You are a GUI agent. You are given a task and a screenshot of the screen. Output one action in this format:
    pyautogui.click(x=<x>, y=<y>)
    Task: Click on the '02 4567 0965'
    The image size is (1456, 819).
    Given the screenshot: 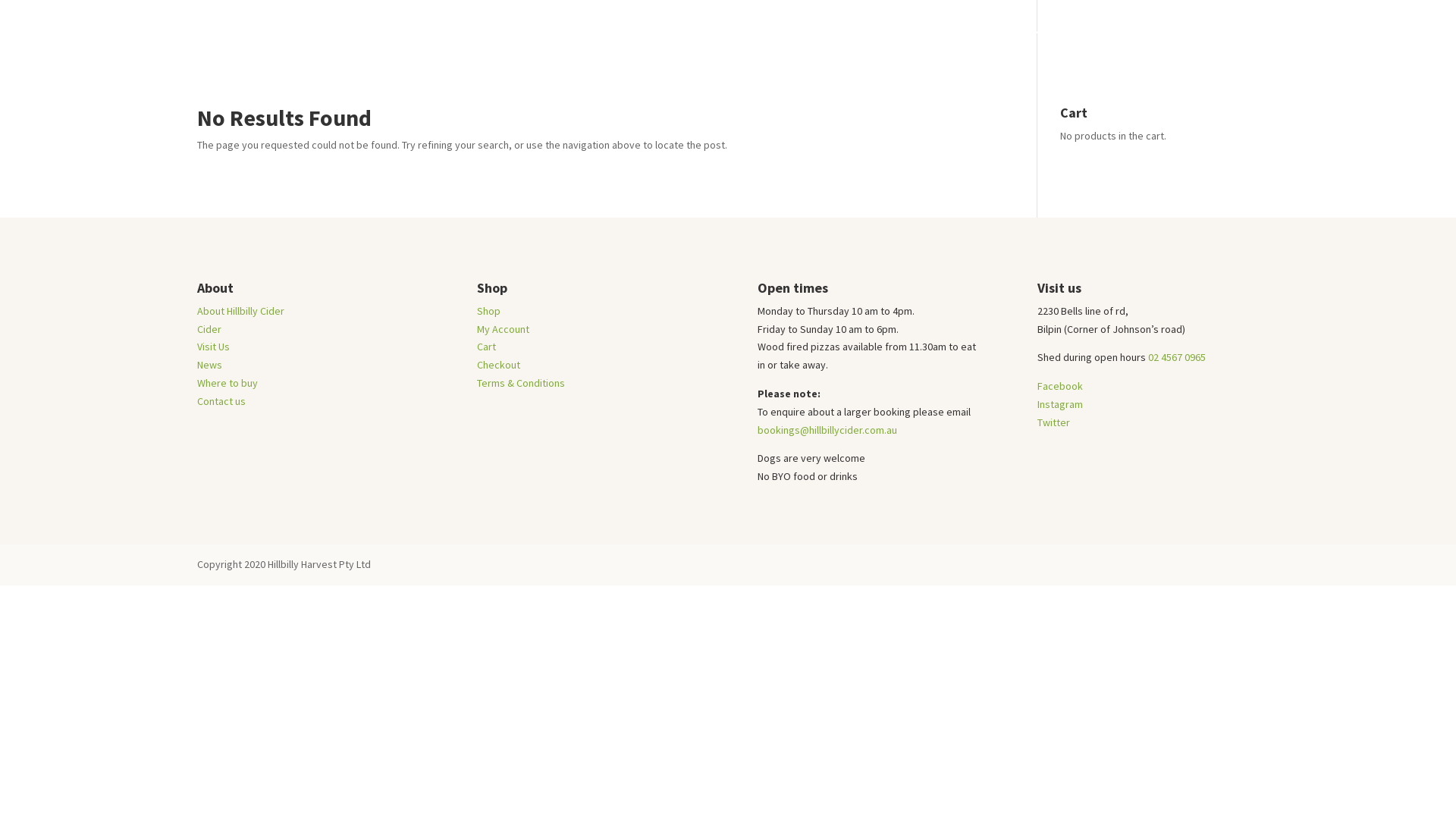 What is the action you would take?
    pyautogui.click(x=1175, y=356)
    